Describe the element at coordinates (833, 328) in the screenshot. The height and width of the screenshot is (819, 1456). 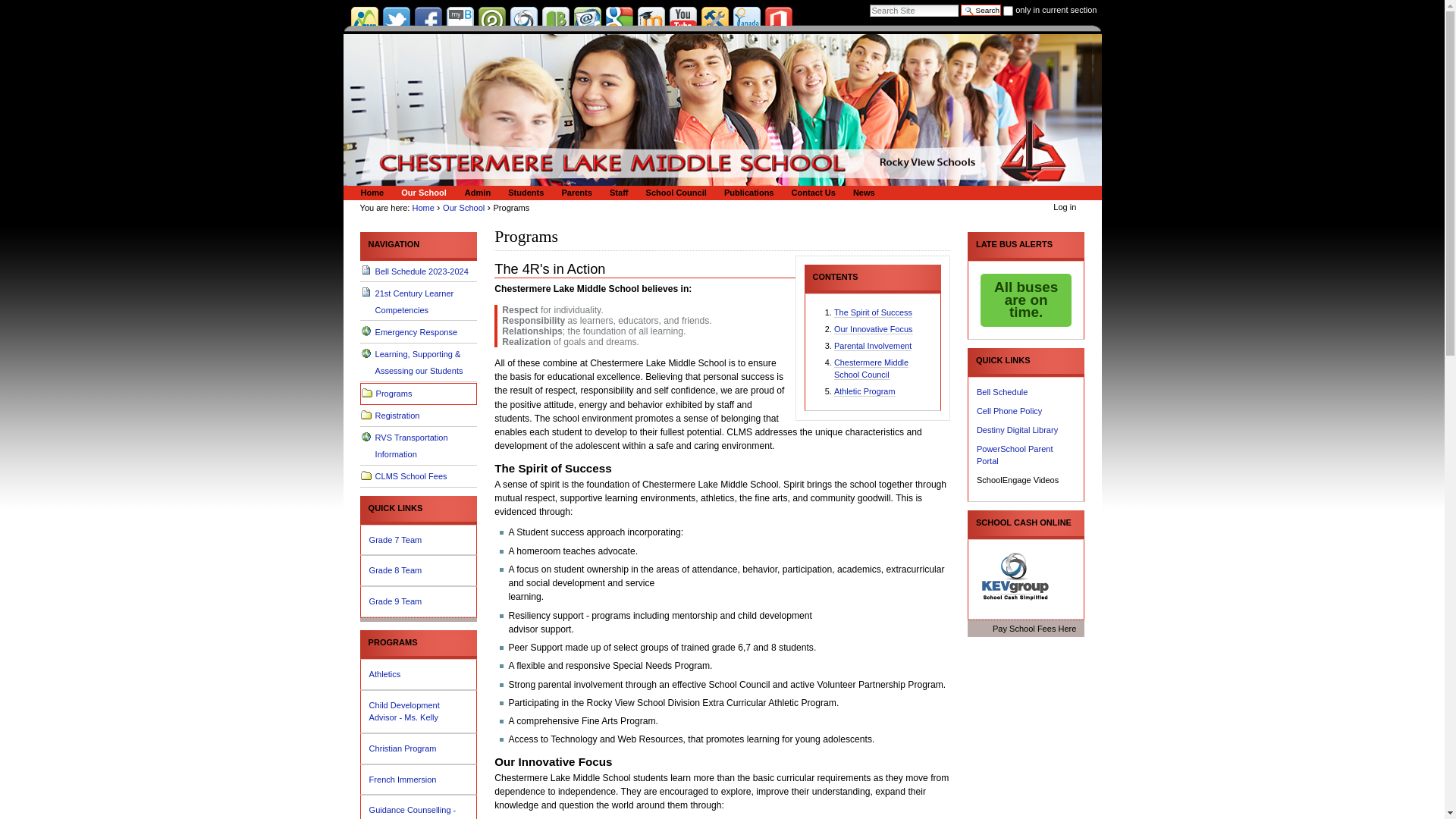
I see `'Our Innovative Focus'` at that location.